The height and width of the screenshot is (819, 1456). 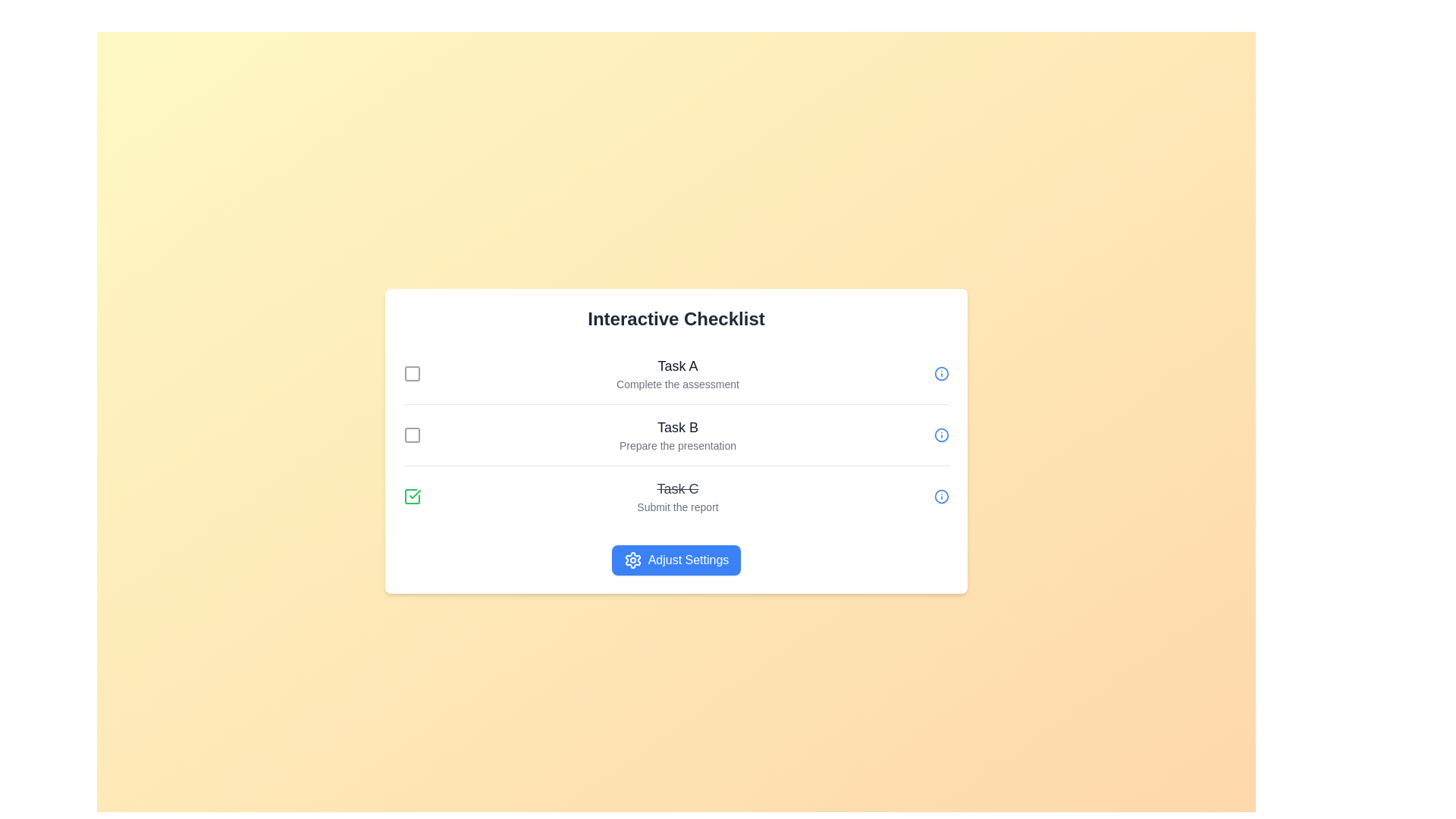 What do you see at coordinates (676, 560) in the screenshot?
I see `the 'Adjust Settings' button to navigate to the settings page` at bounding box center [676, 560].